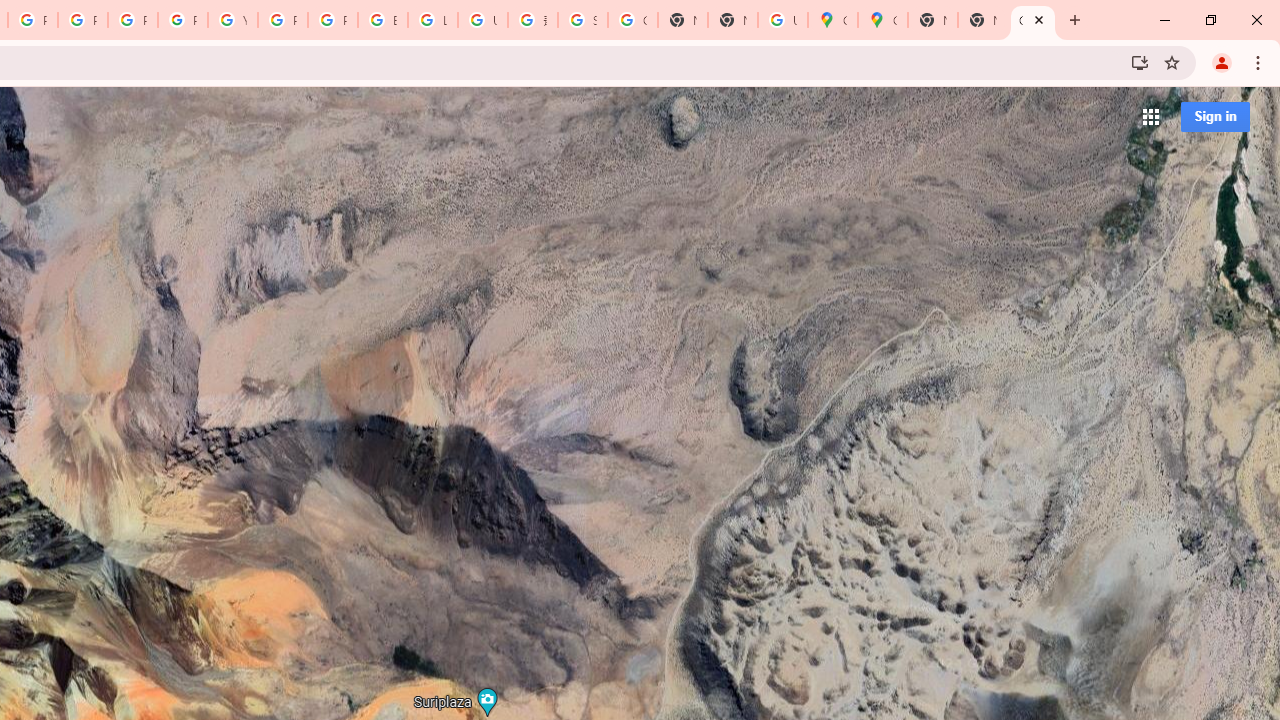 This screenshot has width=1280, height=720. Describe the element at coordinates (232, 20) in the screenshot. I see `'YouTube'` at that location.